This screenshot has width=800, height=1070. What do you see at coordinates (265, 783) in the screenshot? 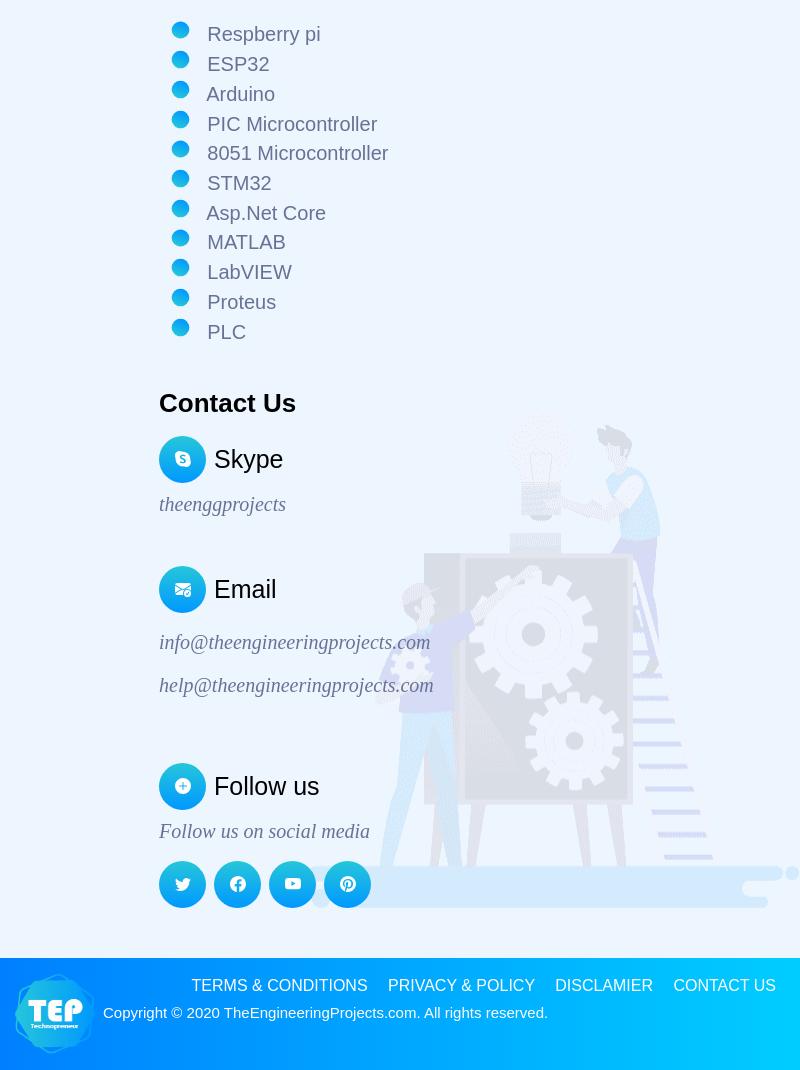
I see `'Follow us'` at bounding box center [265, 783].